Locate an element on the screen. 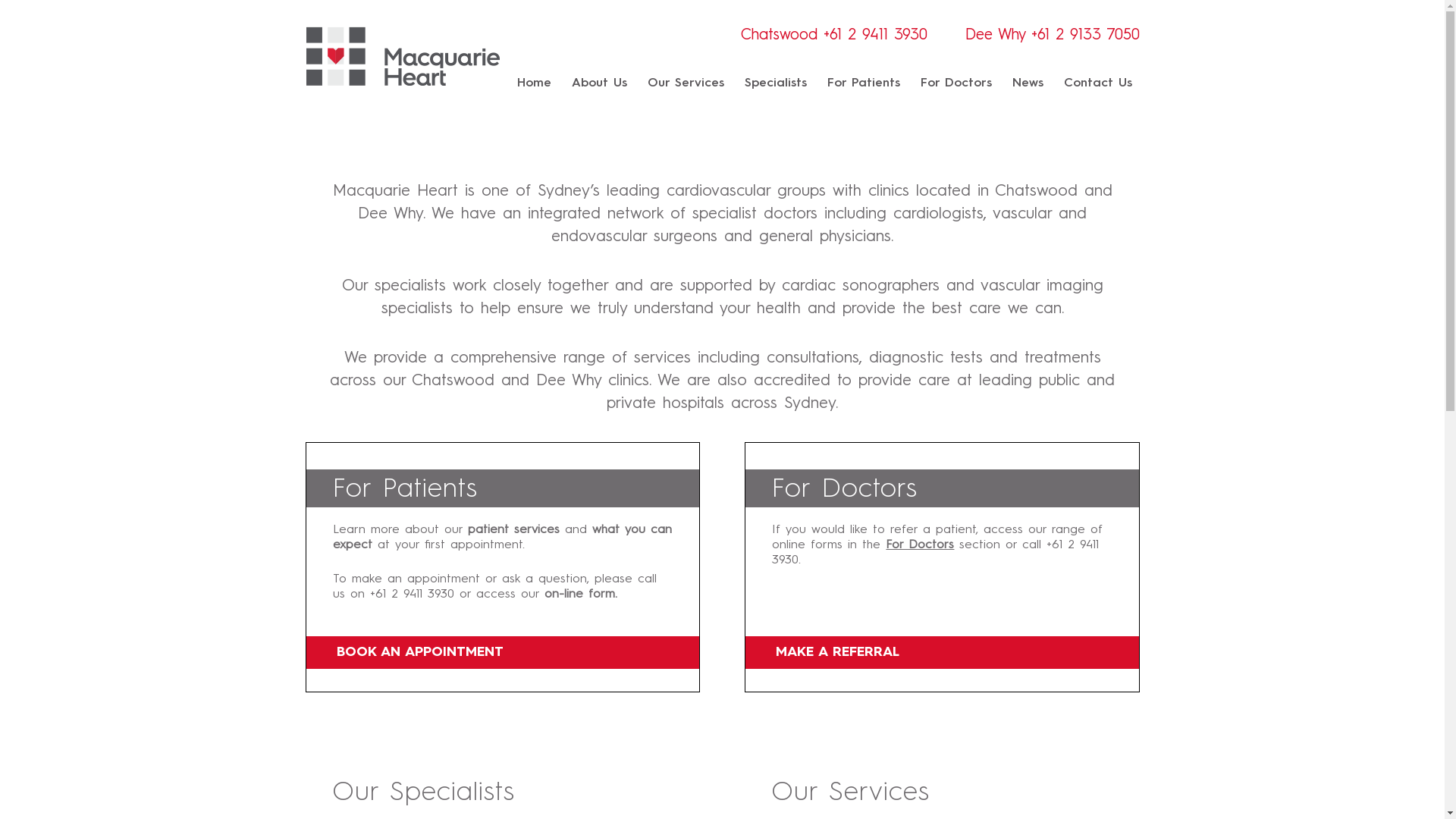 Image resolution: width=1456 pixels, height=819 pixels. 'Contact Us' is located at coordinates (1062, 83).